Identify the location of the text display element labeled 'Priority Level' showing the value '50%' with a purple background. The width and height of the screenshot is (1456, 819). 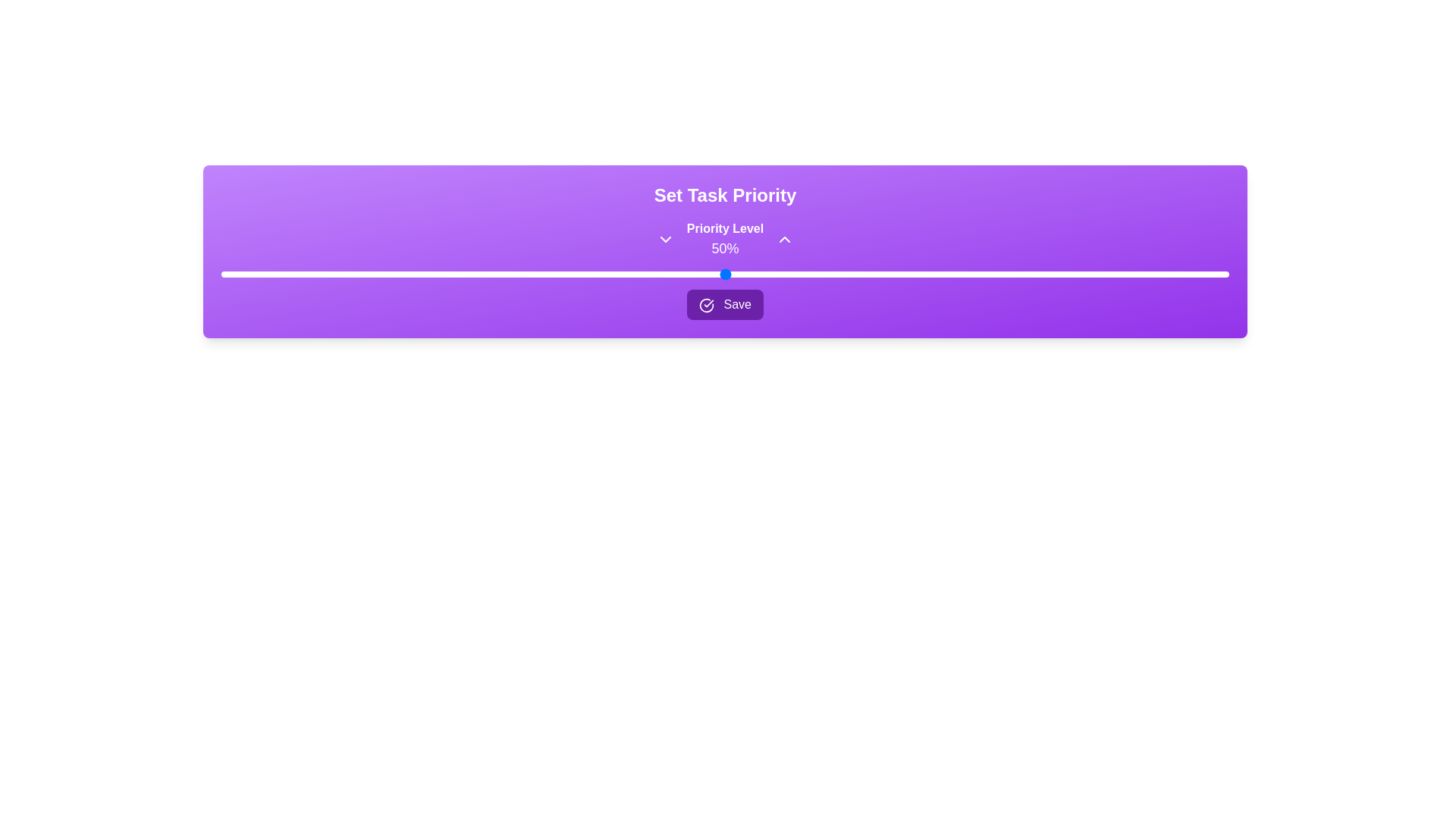
(724, 239).